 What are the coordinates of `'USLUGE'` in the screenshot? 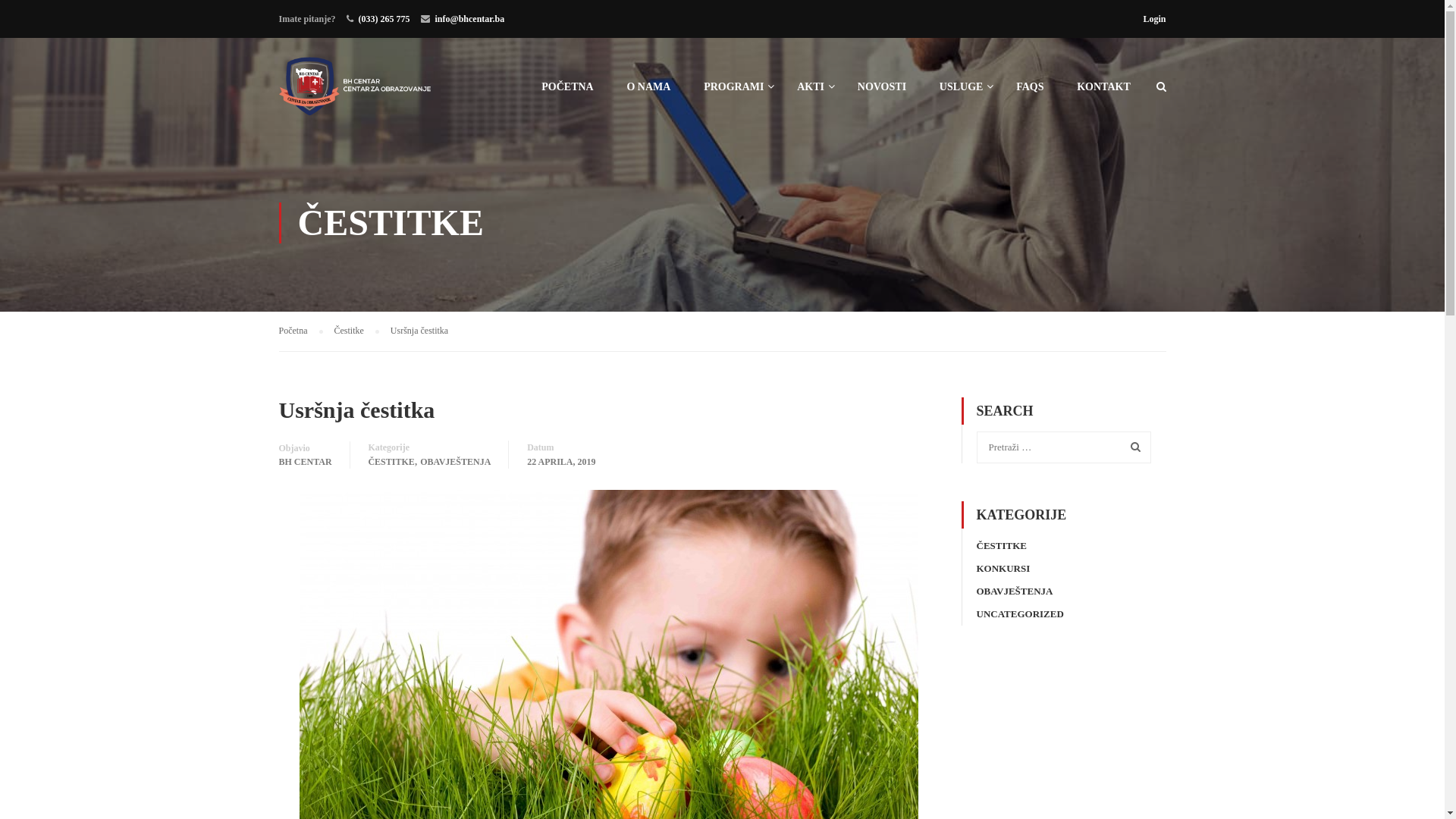 It's located at (924, 93).